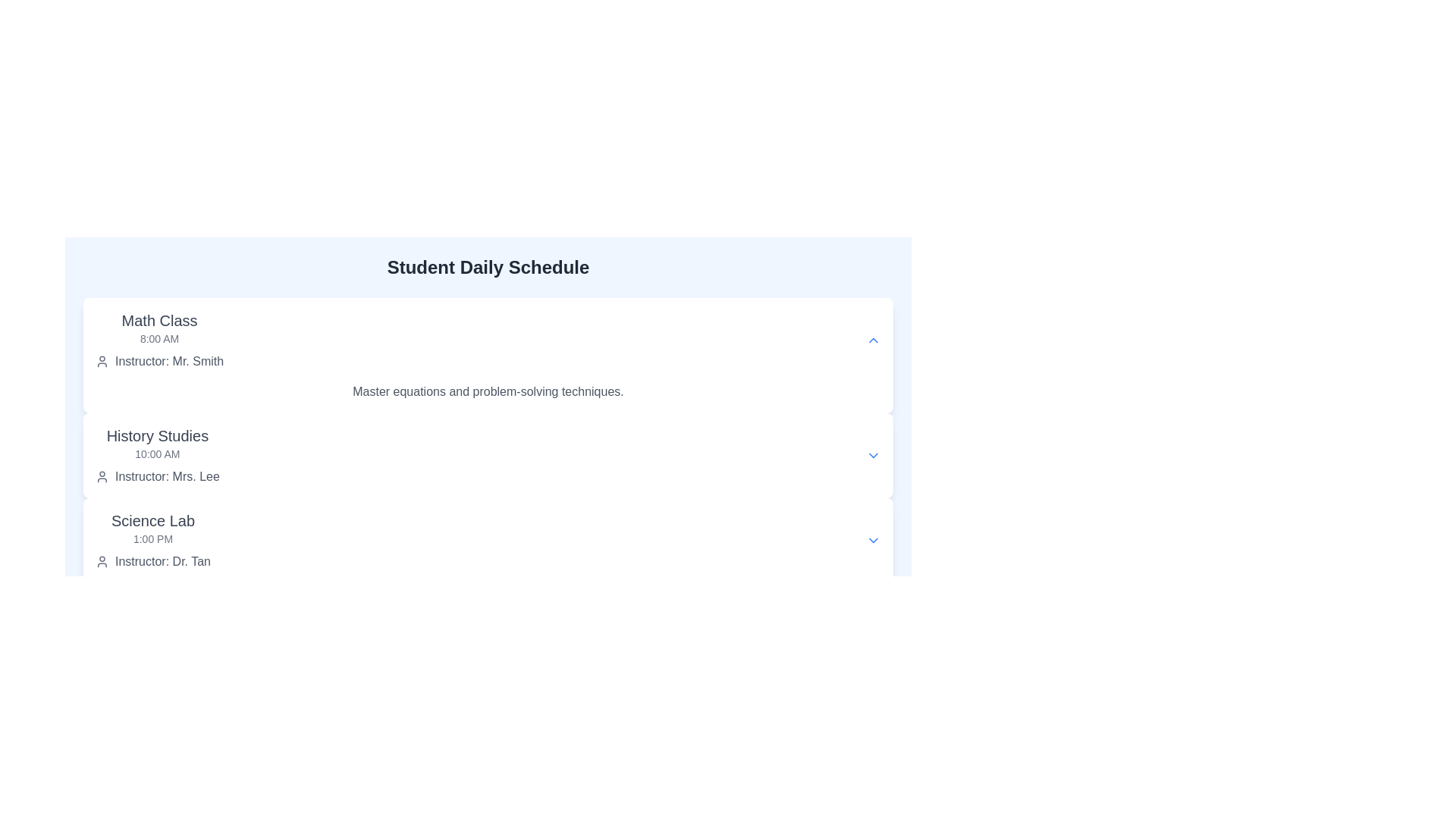 The width and height of the screenshot is (1456, 819). I want to click on the instructor icon located to the left of the text 'Instructor: Dr. Tan' in the 'Science Lab' section, so click(101, 561).